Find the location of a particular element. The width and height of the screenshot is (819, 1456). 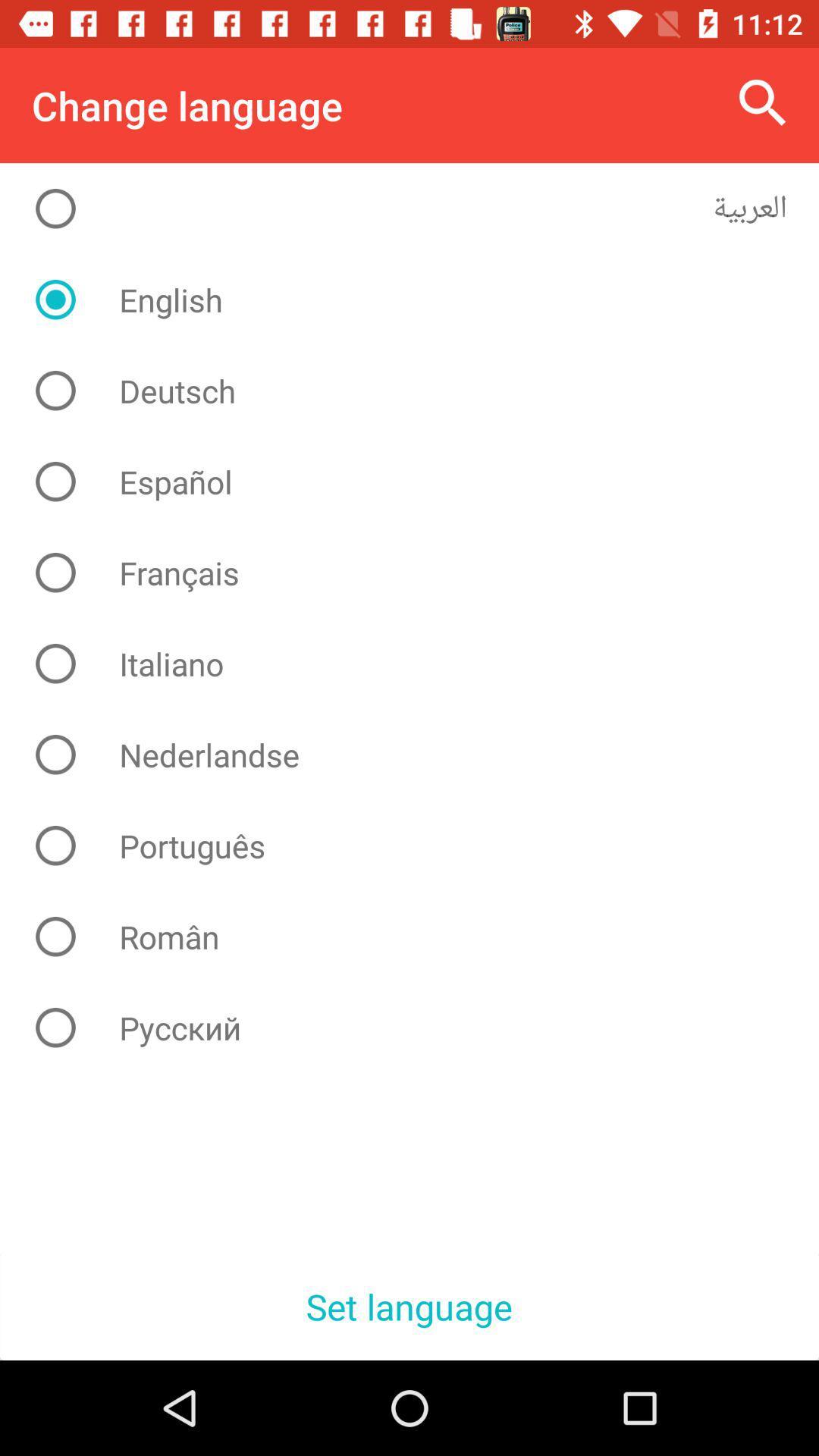

the item above nederlandse is located at coordinates (421, 664).